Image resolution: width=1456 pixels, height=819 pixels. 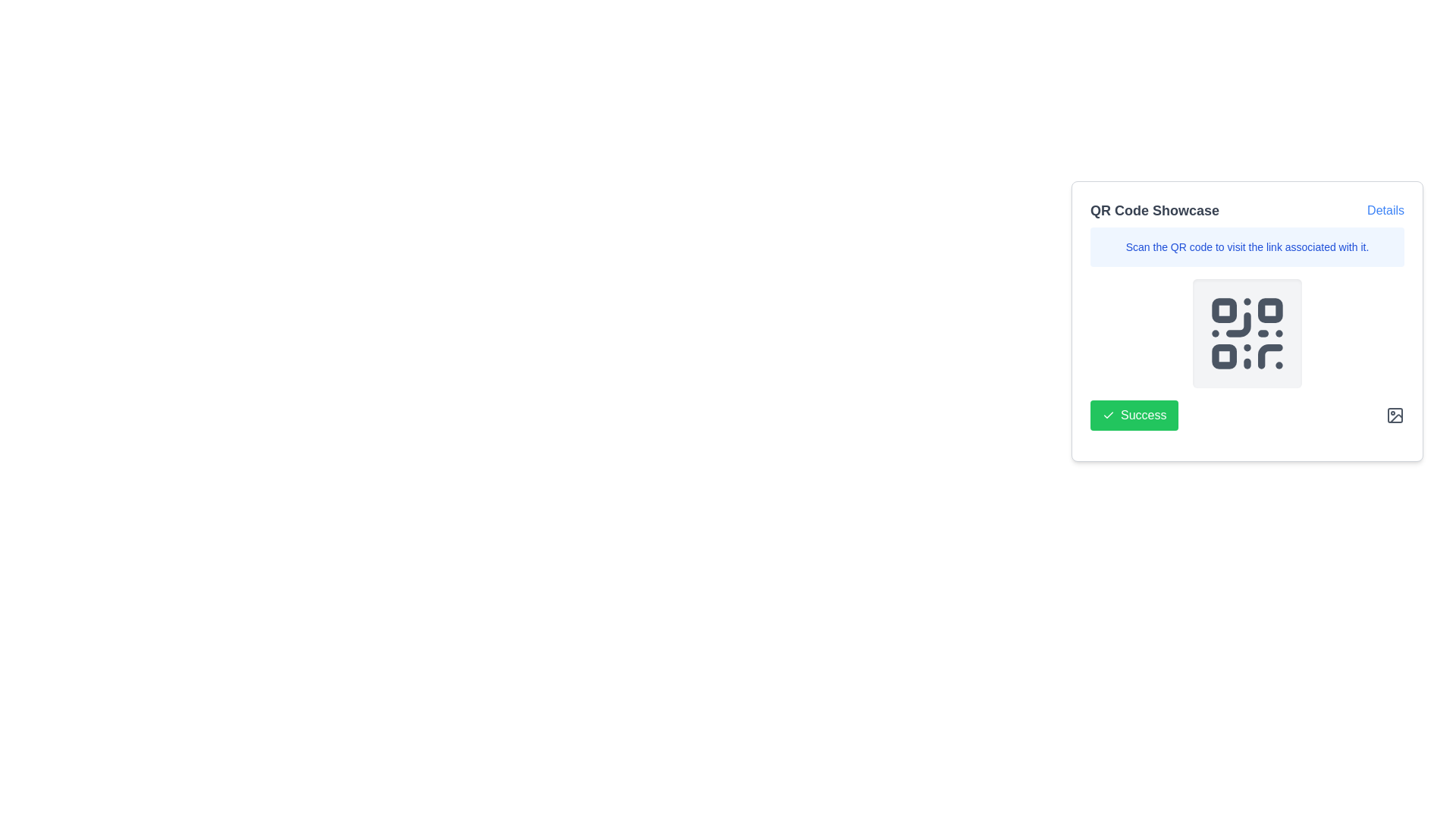 What do you see at coordinates (1395, 415) in the screenshot?
I see `the icon in the bottom-right corner of the 'QR Code Showcase' card to change its color for feedback` at bounding box center [1395, 415].